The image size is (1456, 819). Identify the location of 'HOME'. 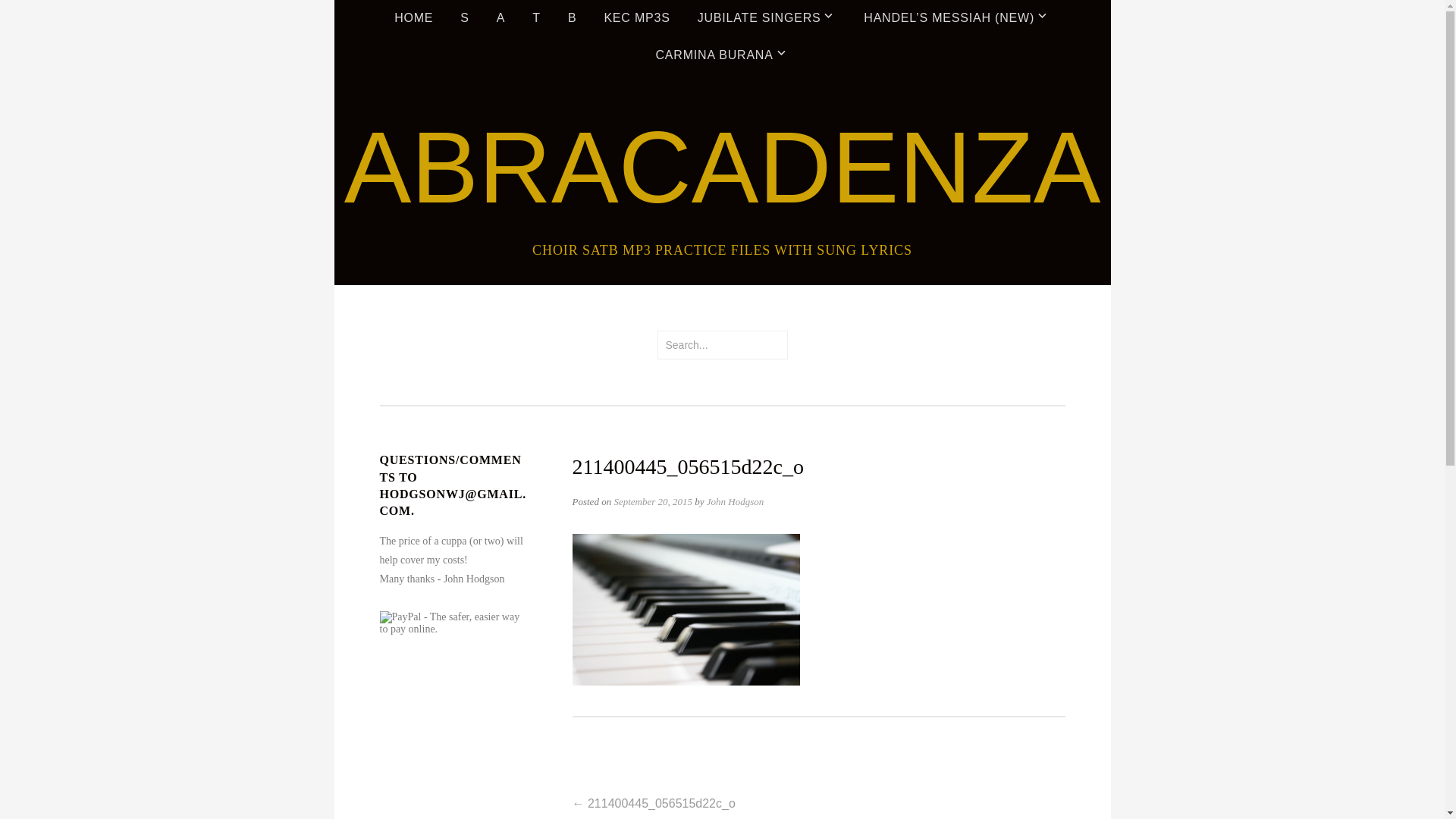
(413, 18).